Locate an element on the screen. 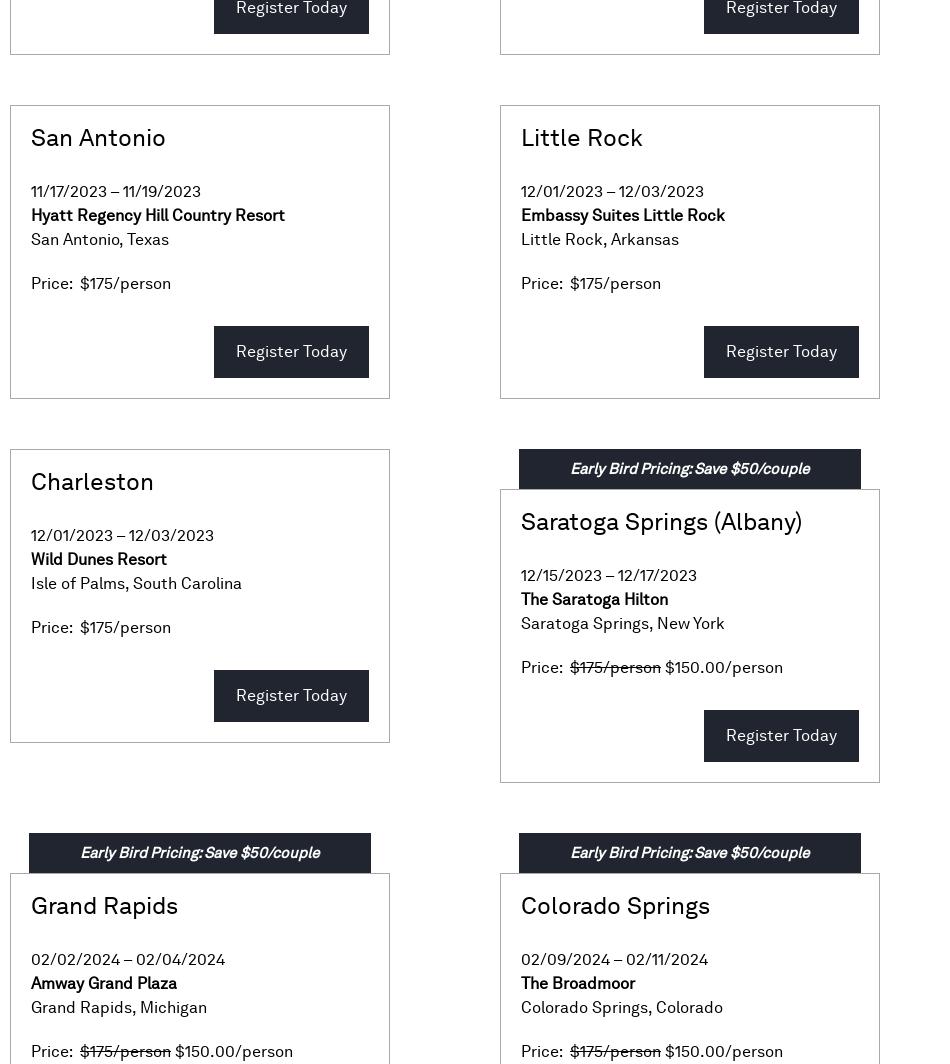 The height and width of the screenshot is (1064, 950). 'South Carolina' is located at coordinates (187, 583).